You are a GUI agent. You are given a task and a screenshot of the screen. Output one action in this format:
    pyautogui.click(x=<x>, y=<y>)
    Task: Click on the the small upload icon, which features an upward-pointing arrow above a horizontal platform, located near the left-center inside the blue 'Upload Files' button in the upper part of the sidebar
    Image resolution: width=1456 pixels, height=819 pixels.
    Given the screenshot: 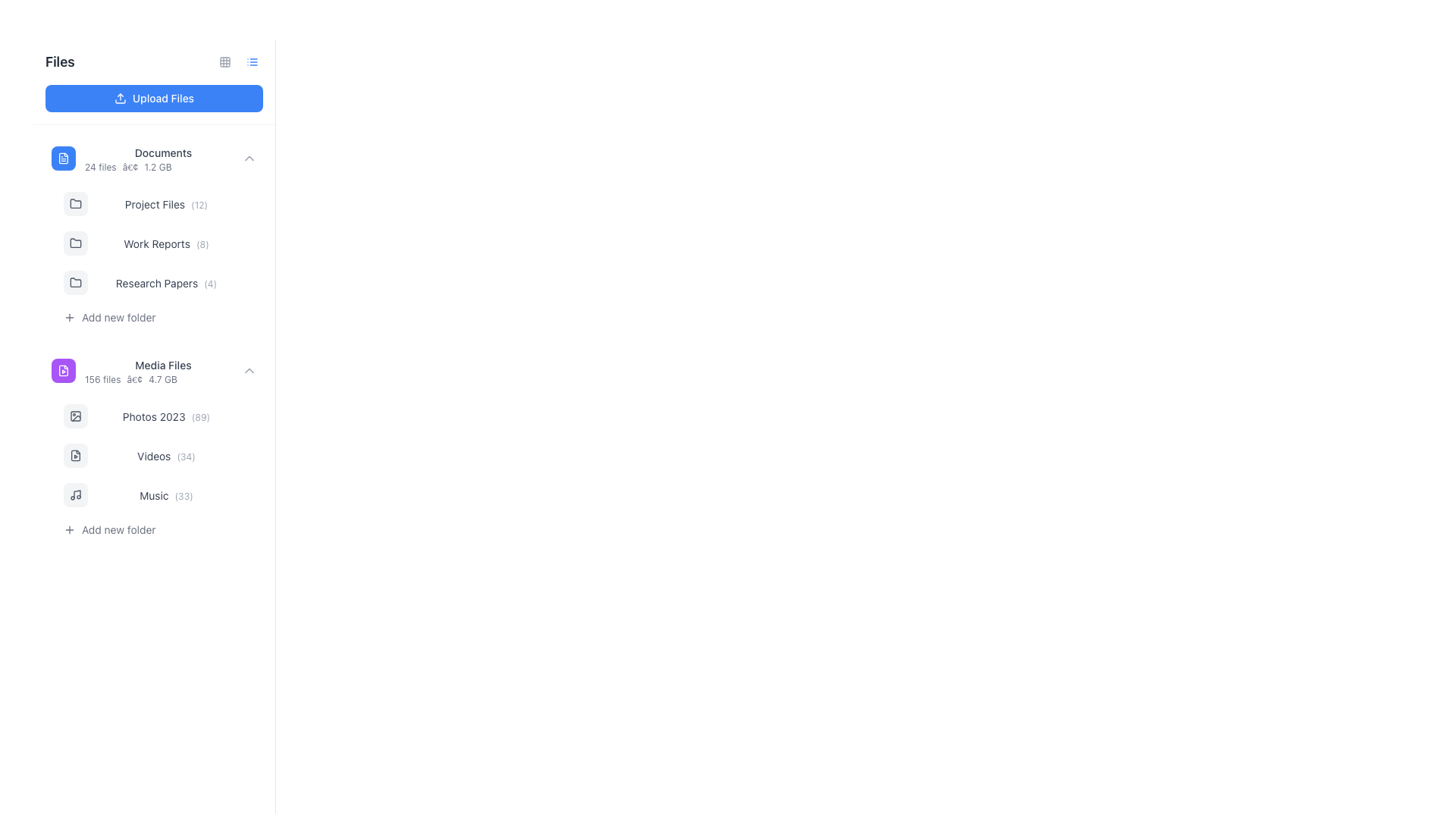 What is the action you would take?
    pyautogui.click(x=119, y=99)
    